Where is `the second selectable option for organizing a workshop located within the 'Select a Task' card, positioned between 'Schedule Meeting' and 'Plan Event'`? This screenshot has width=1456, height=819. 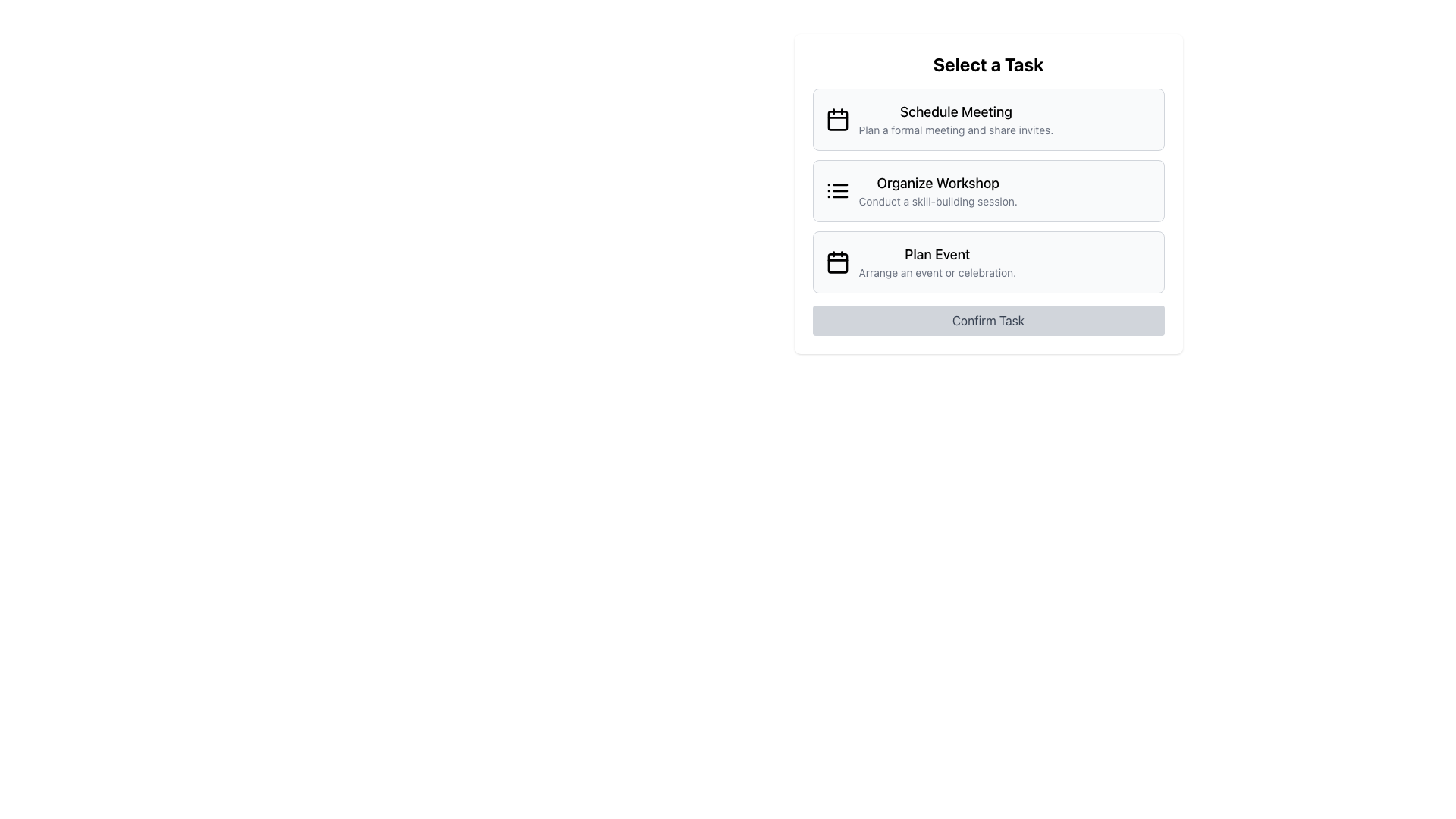
the second selectable option for organizing a workshop located within the 'Select a Task' card, positioned between 'Schedule Meeting' and 'Plan Event' is located at coordinates (988, 193).